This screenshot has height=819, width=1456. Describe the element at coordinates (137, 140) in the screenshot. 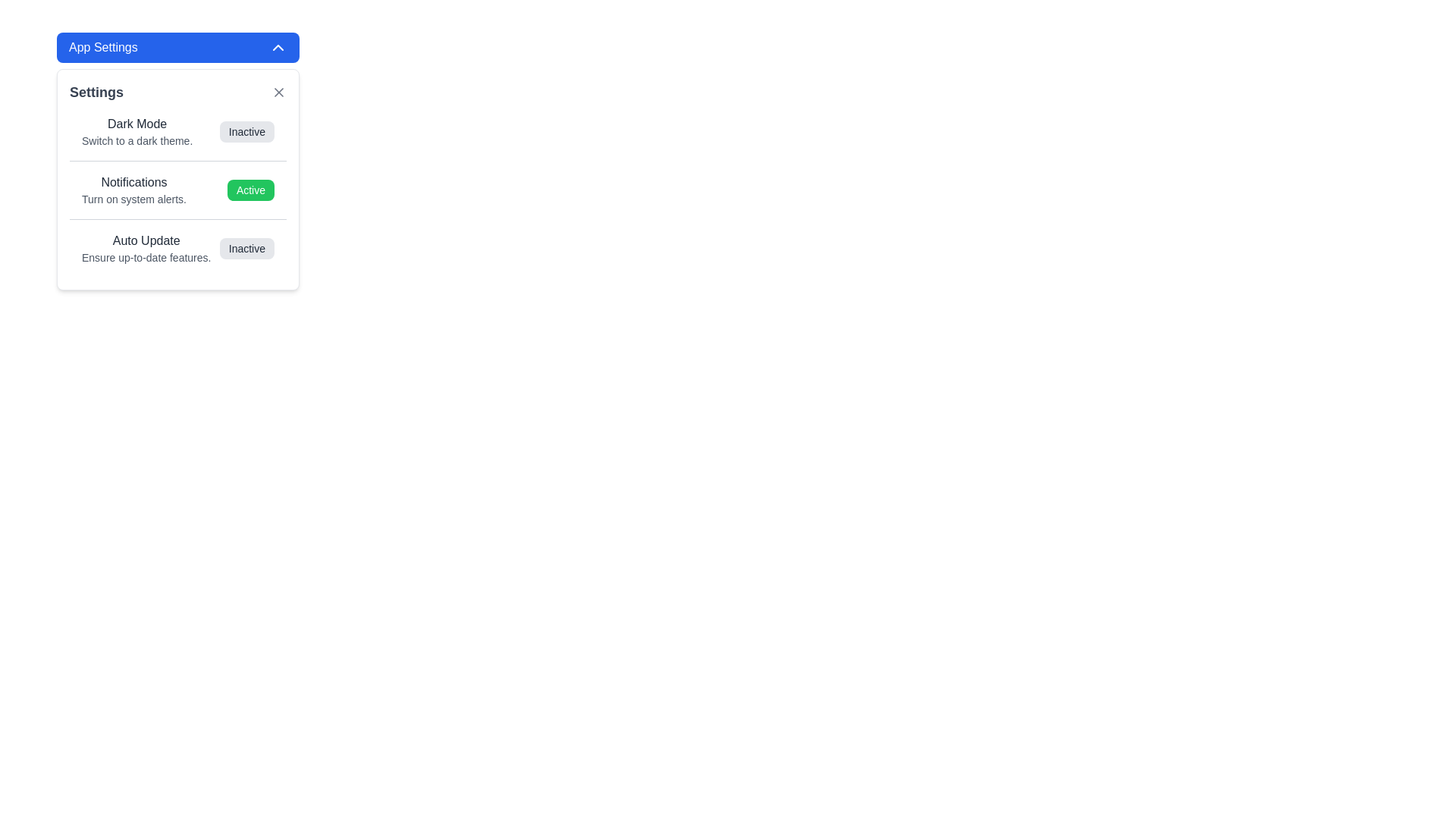

I see `the explanatory text label for the 'Dark Mode' feature, which is positioned below the 'Dark Mode' text in the 'Settings' panel` at that location.